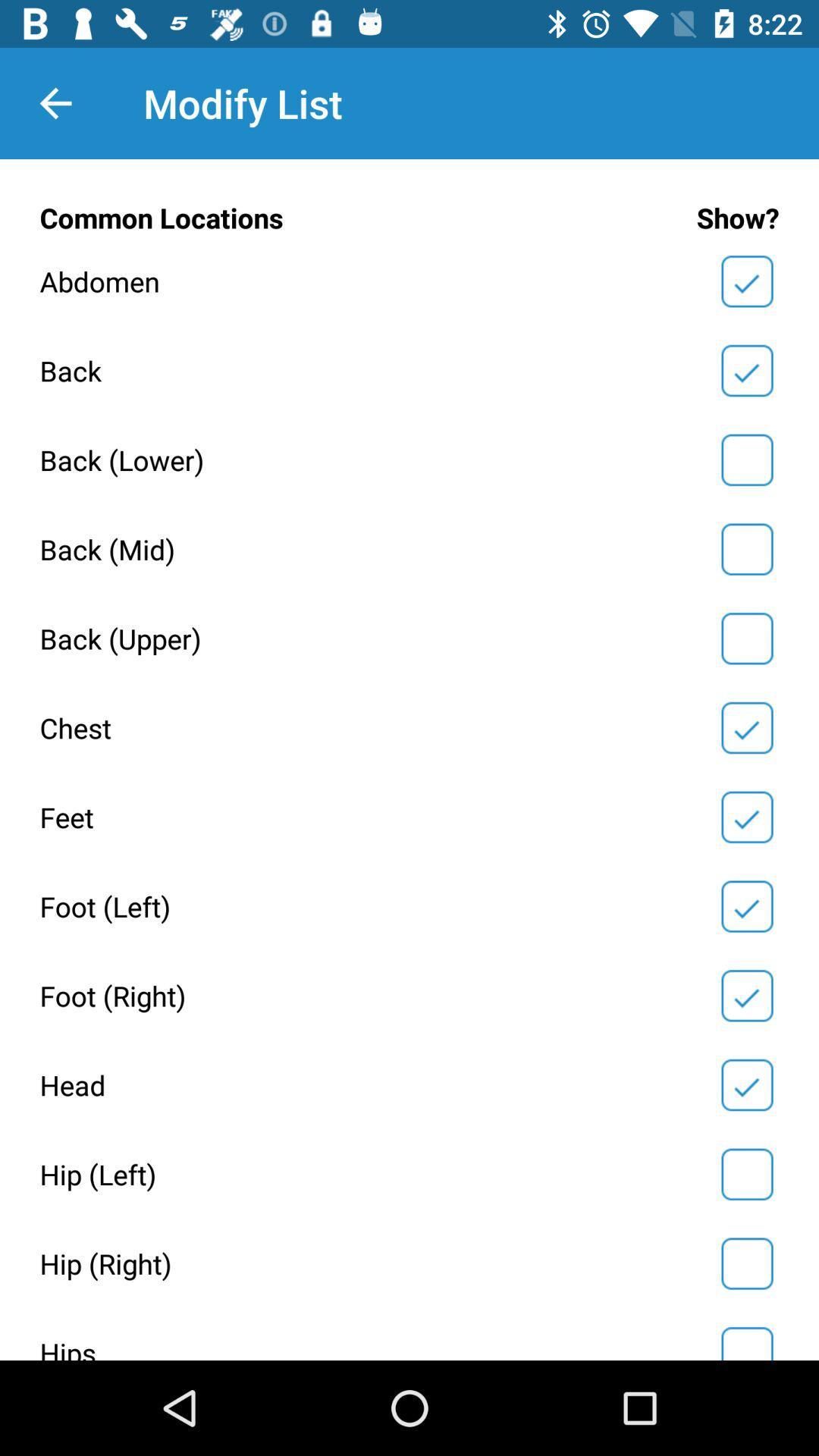 The width and height of the screenshot is (819, 1456). I want to click on check selected location, so click(746, 639).